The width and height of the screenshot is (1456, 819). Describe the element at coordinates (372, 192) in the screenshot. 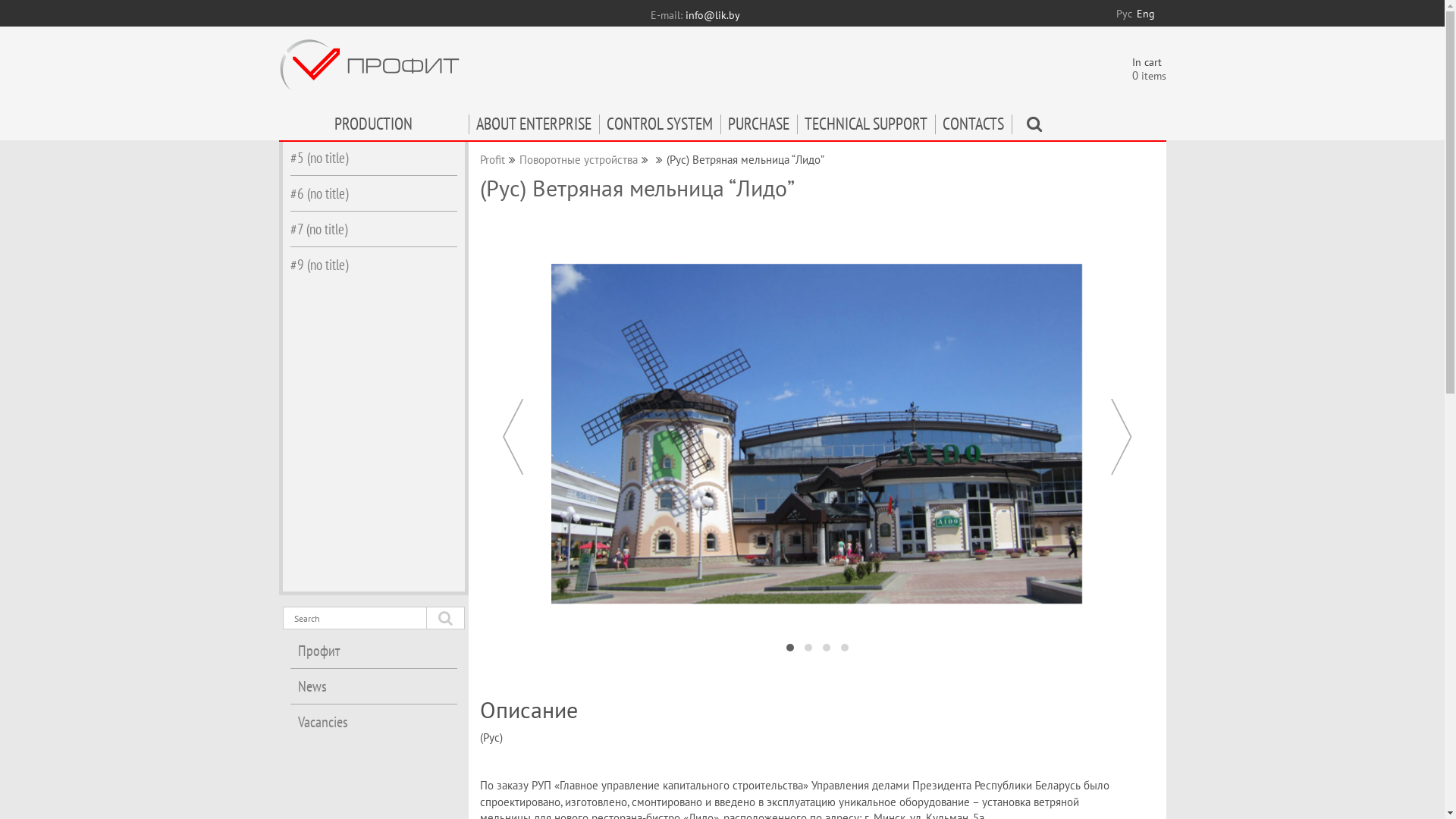

I see `'#6 (no title)'` at that location.